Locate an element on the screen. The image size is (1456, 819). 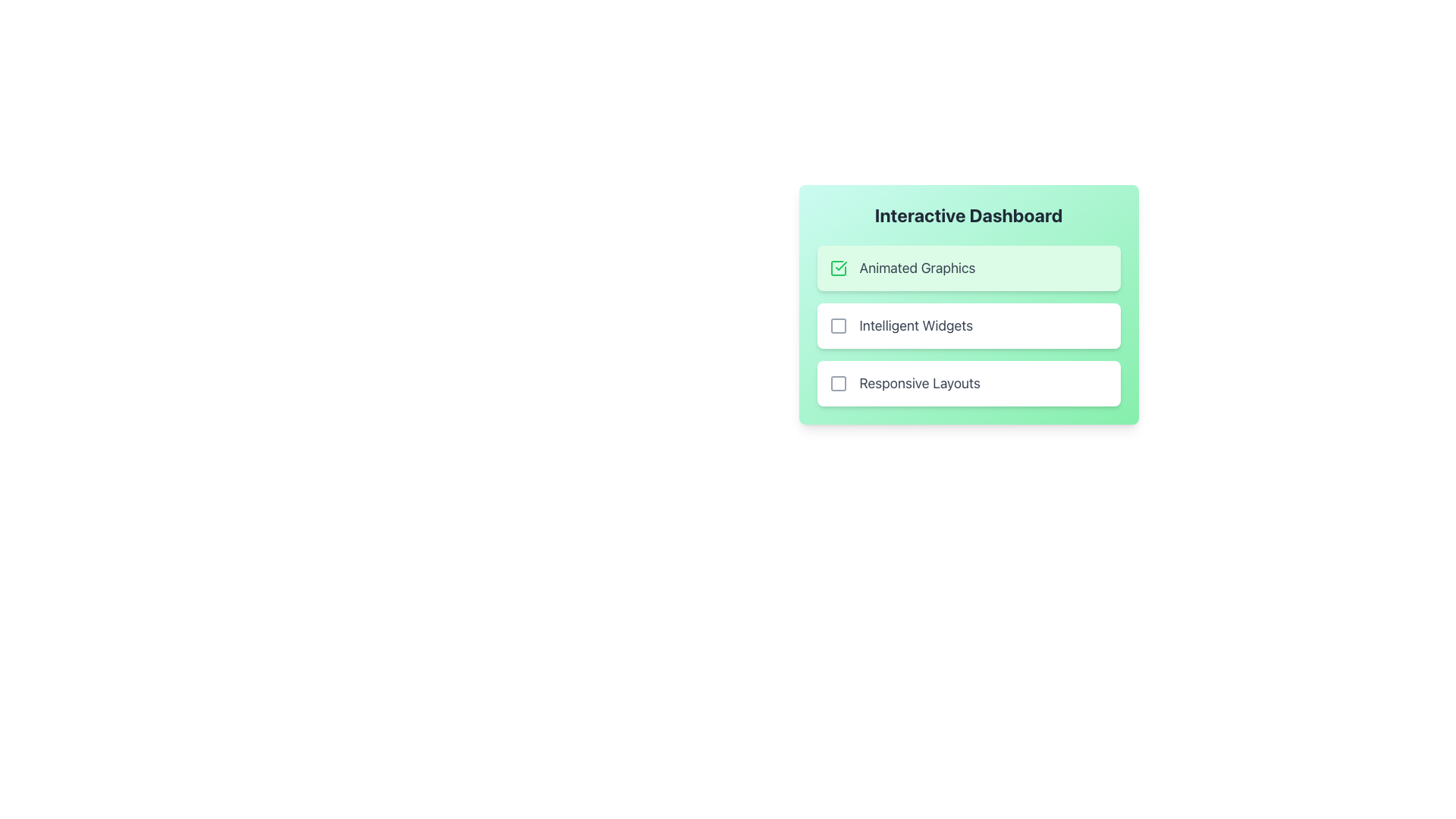
the first selectable list item labeled 'Animated Graphics' to deselect it is located at coordinates (968, 268).